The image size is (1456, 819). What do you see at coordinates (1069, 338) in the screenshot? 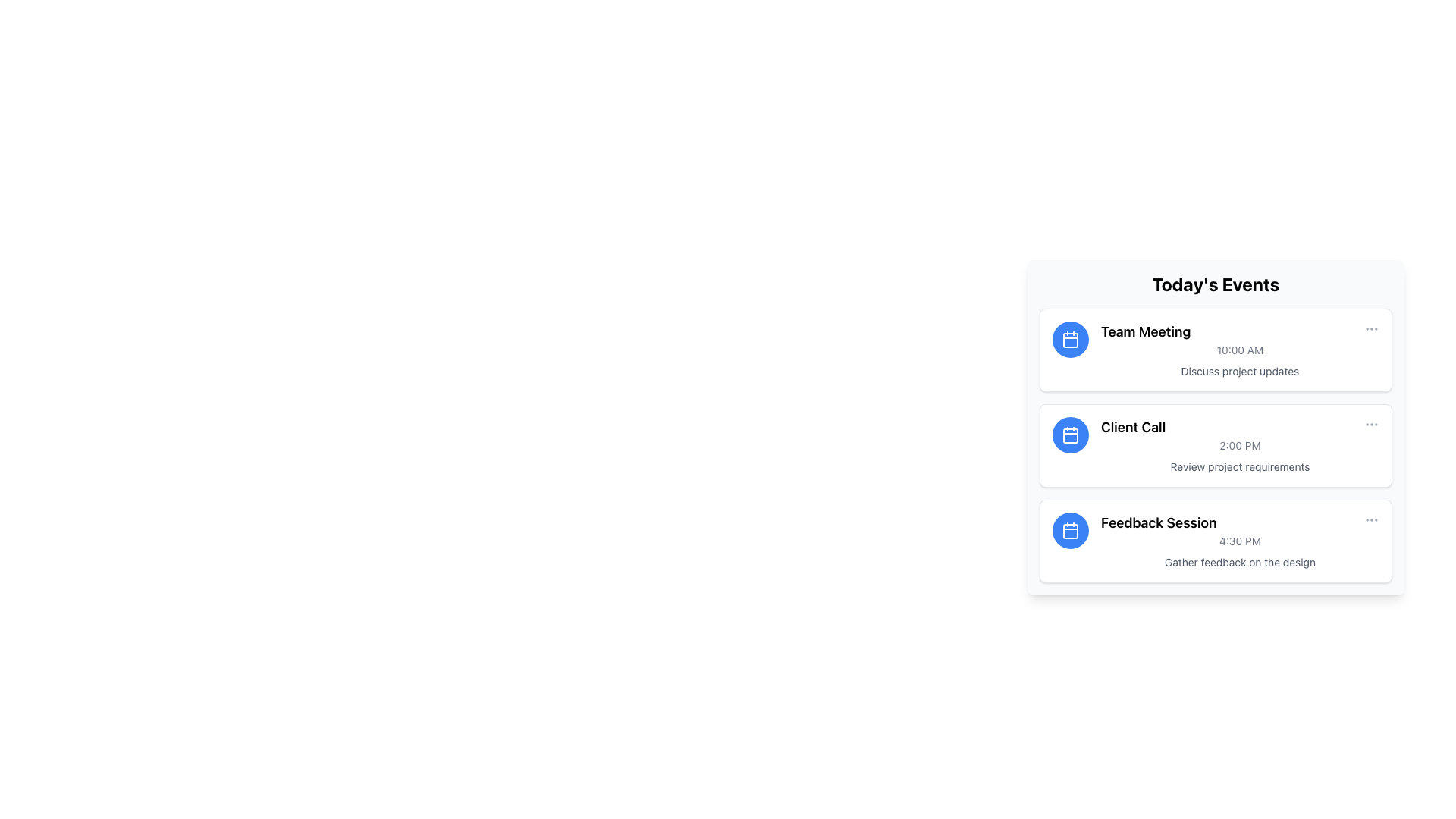
I see `the calendar entry icon located on the left side of the 'Team Meeting' card in the 'Today's Events' section` at bounding box center [1069, 338].